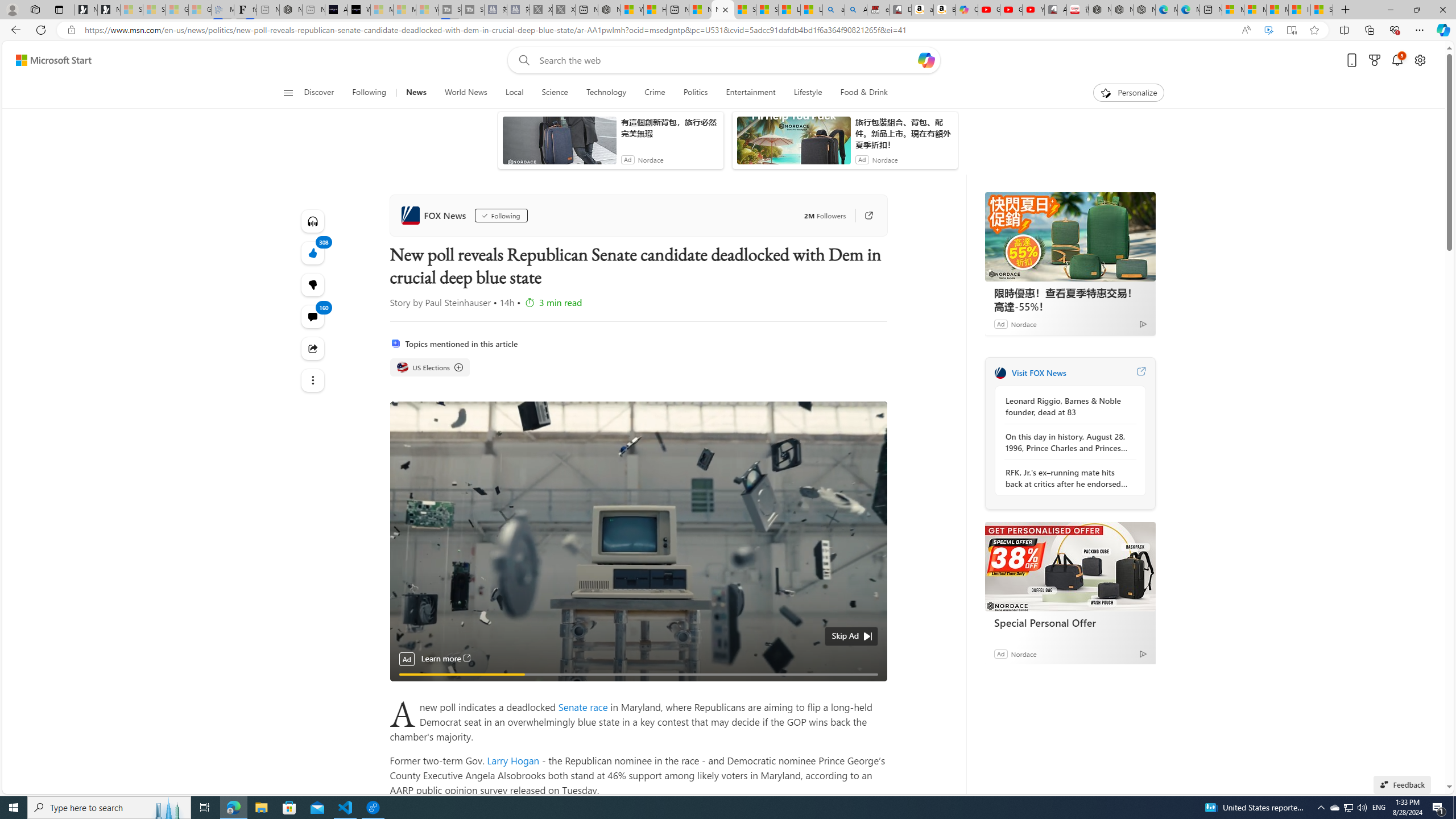 This screenshot has height=819, width=1456. I want to click on 'Gloom - YouTube', so click(1011, 9).